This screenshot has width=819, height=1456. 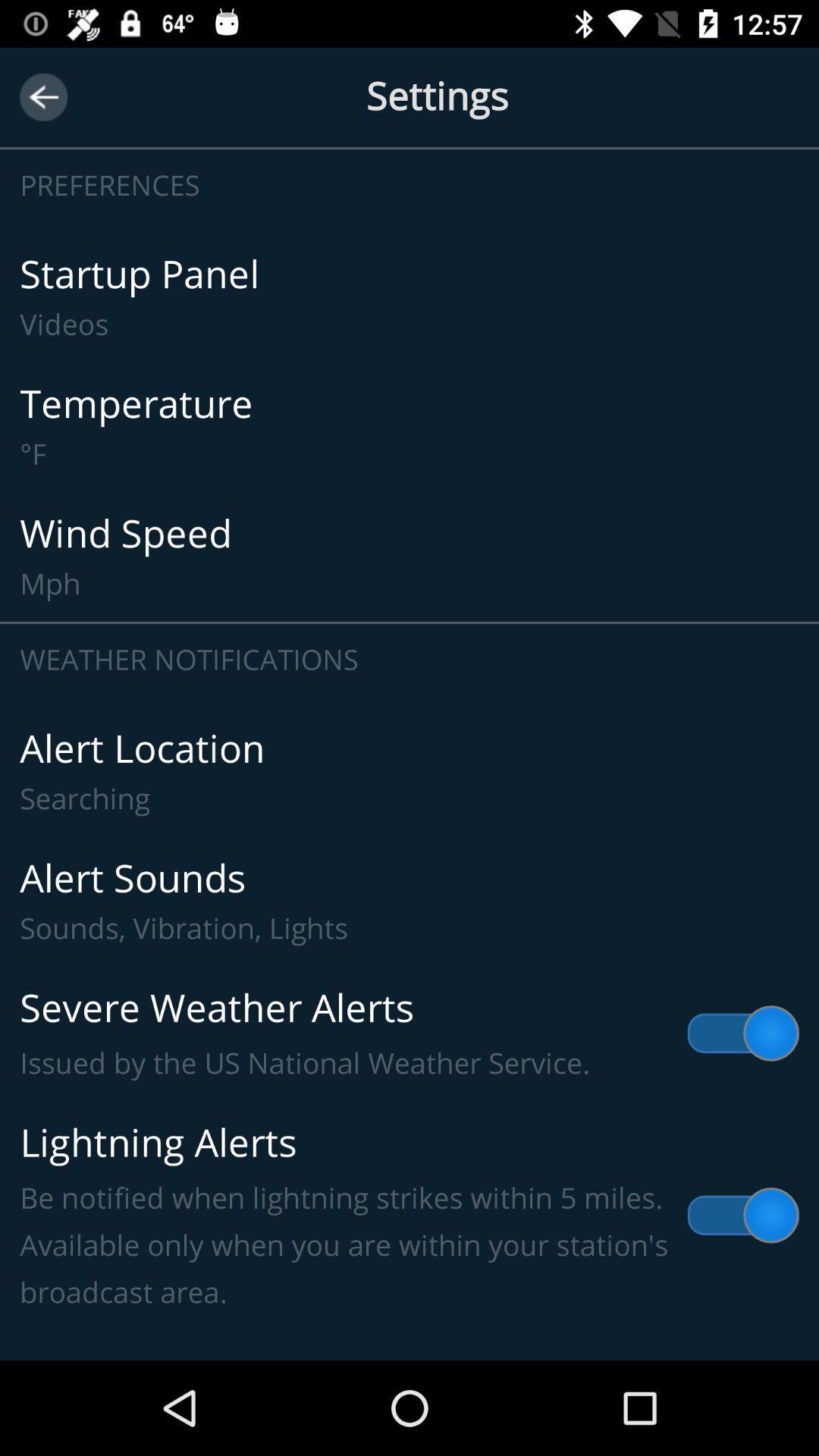 What do you see at coordinates (409, 96) in the screenshot?
I see `setting` at bounding box center [409, 96].